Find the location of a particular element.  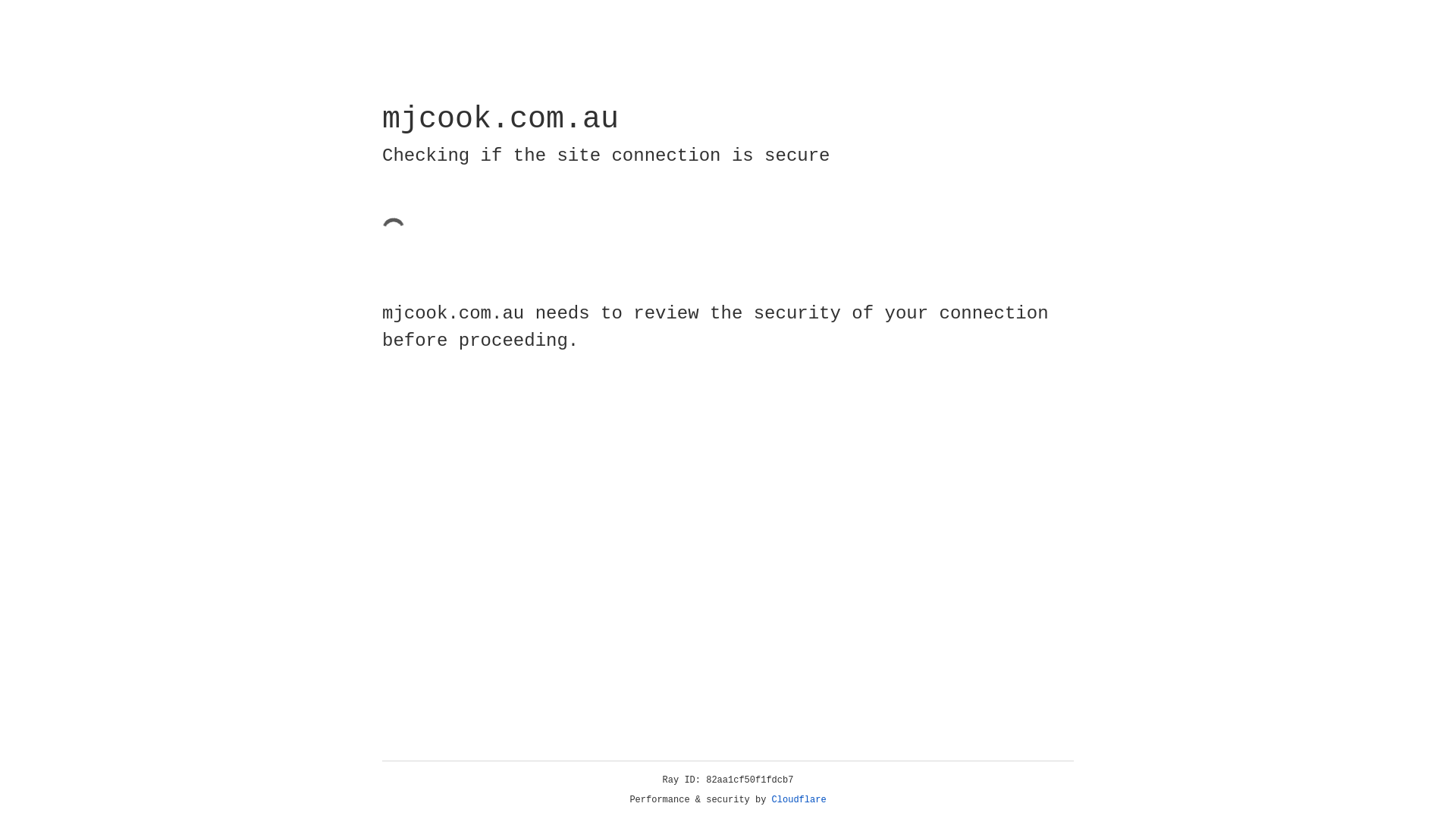

'Cloudflare' is located at coordinates (799, 799).